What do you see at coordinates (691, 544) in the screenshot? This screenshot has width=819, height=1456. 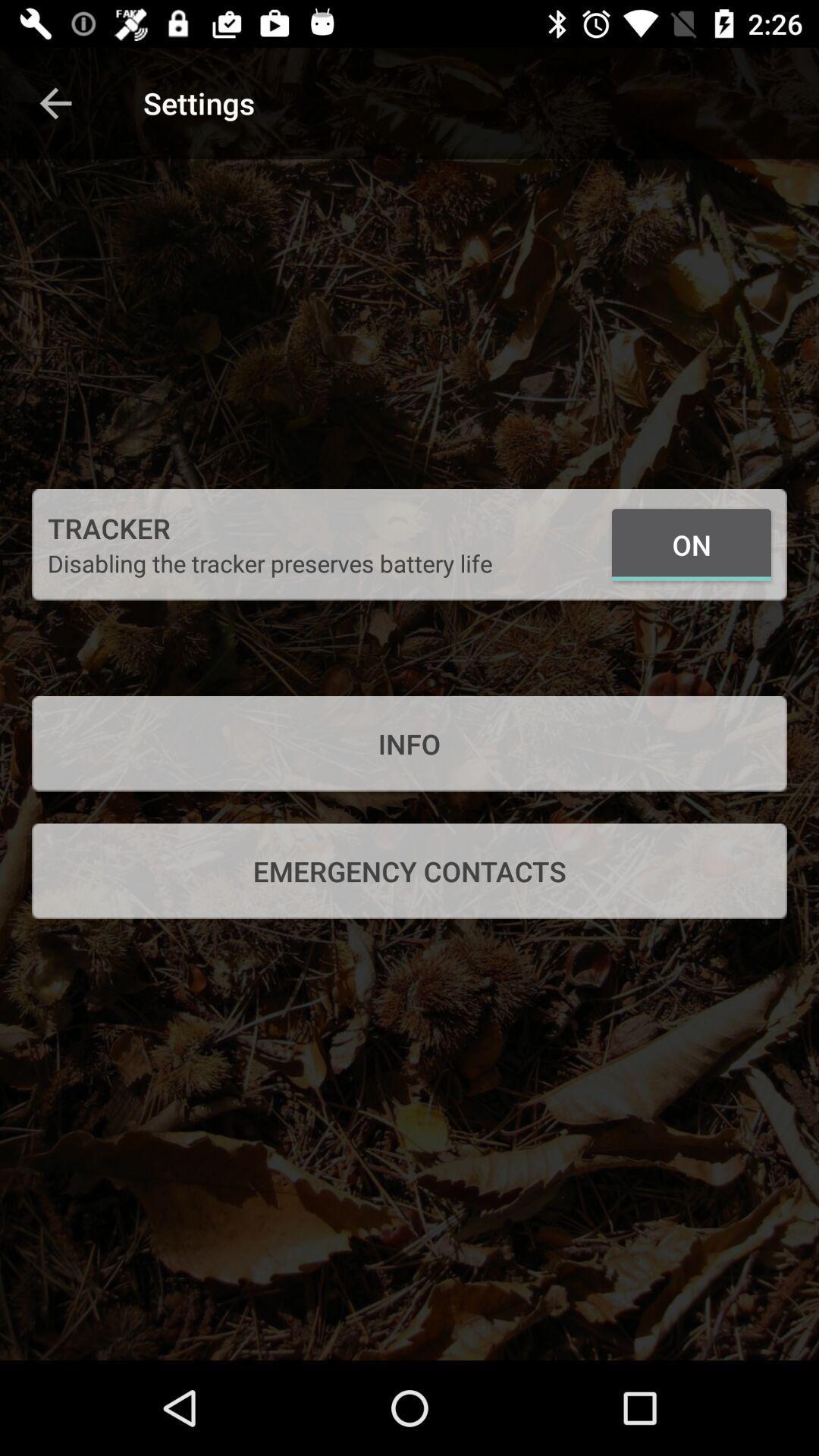 I see `the icon to the right of the disabling the tracker` at bounding box center [691, 544].